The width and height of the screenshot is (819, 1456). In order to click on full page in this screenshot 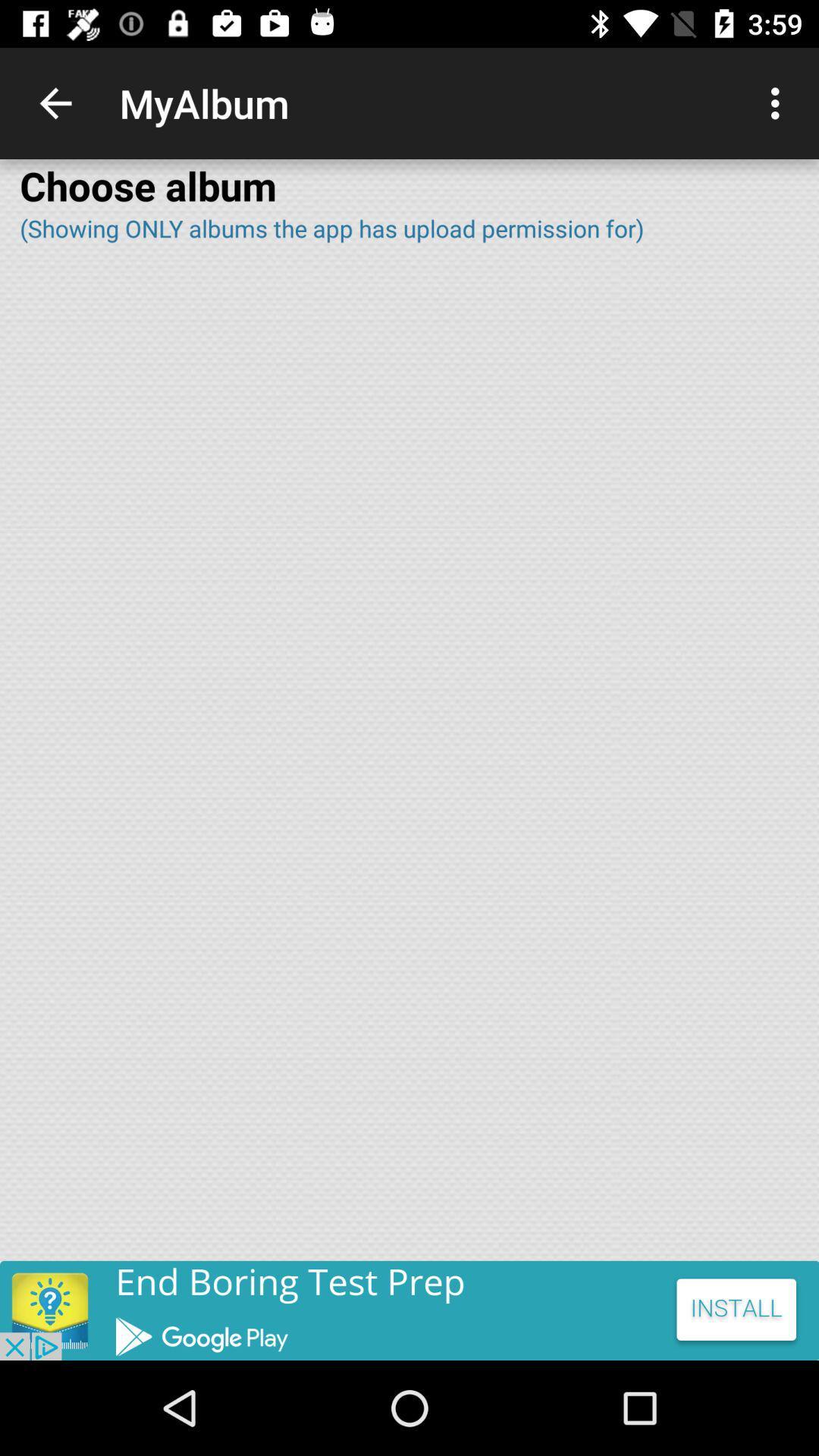, I will do `click(409, 762)`.